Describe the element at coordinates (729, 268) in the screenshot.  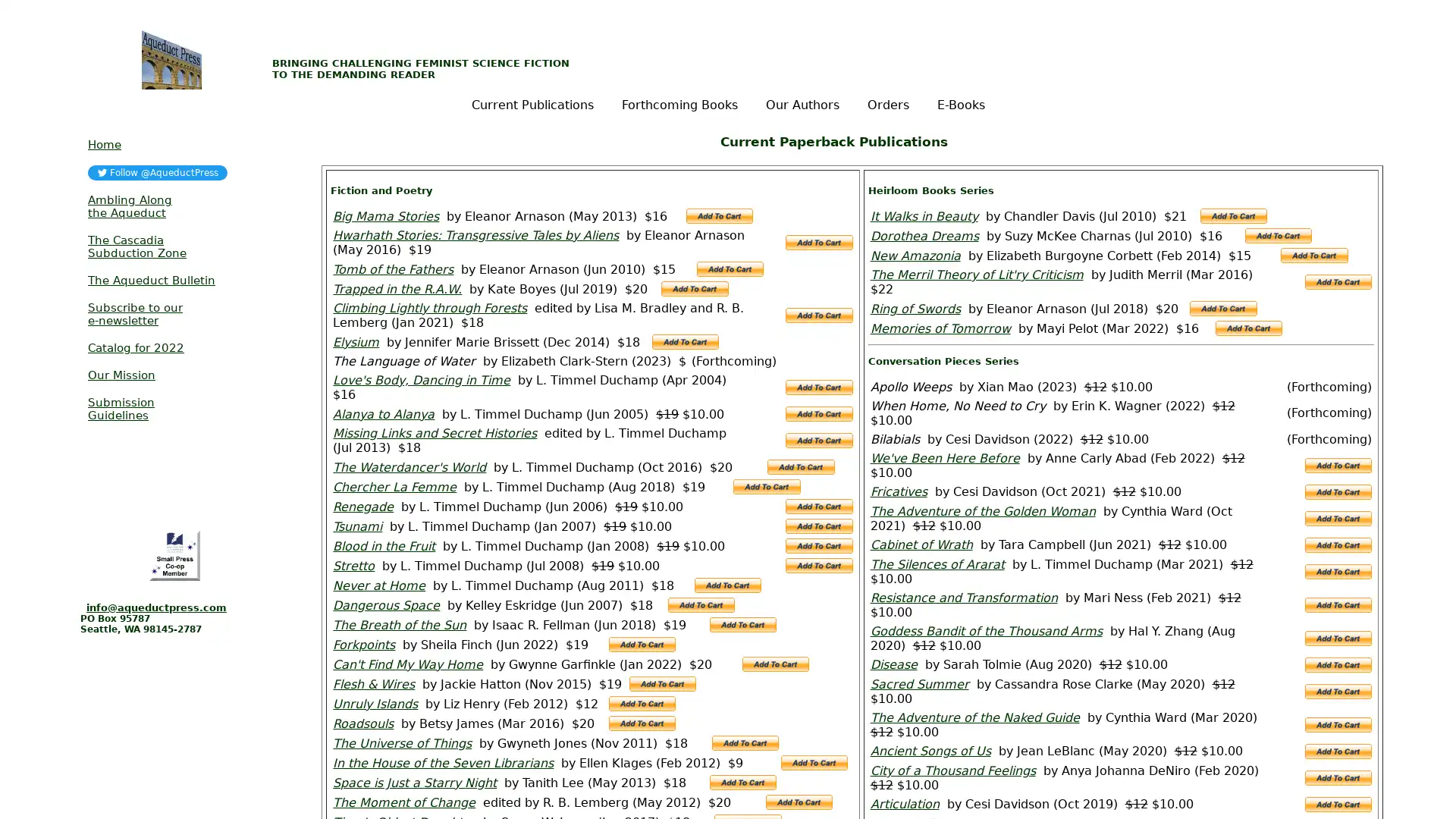
I see `Make payments with PayPal - it\'s fast, free and secure!` at that location.